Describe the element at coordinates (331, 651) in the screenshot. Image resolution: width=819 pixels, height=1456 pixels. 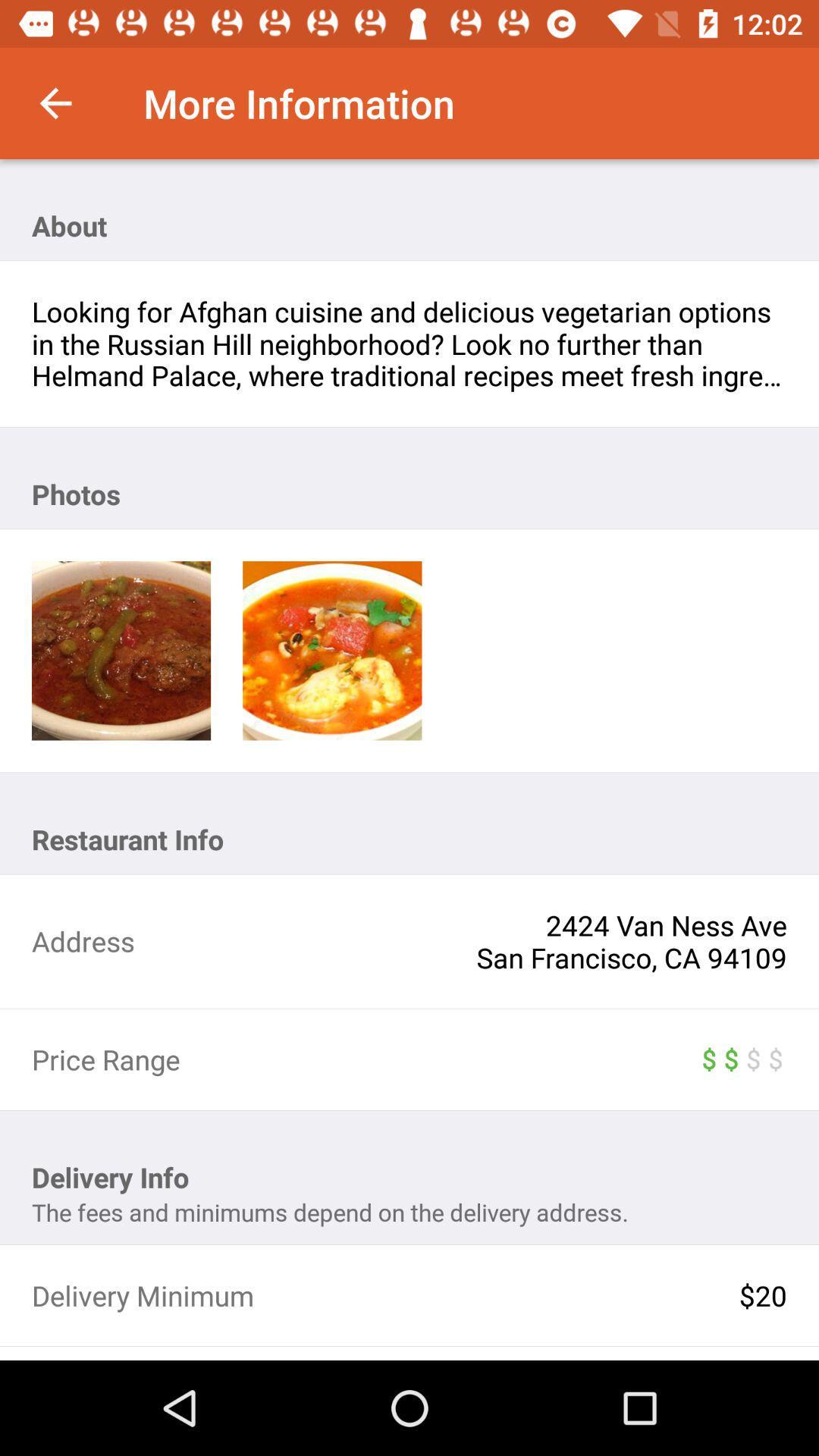
I see `the item below the photos` at that location.